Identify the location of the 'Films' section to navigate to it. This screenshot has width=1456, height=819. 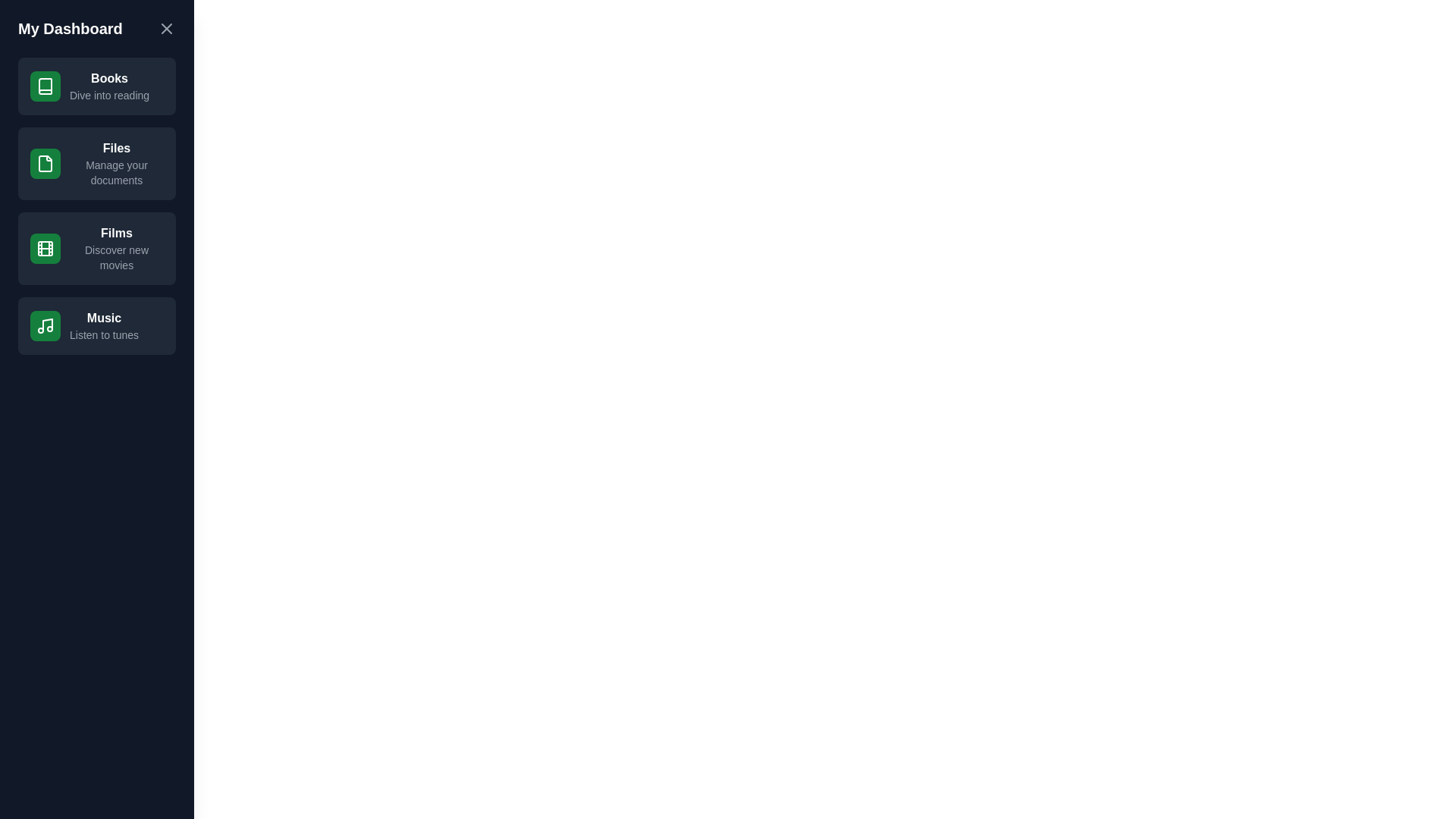
(96, 247).